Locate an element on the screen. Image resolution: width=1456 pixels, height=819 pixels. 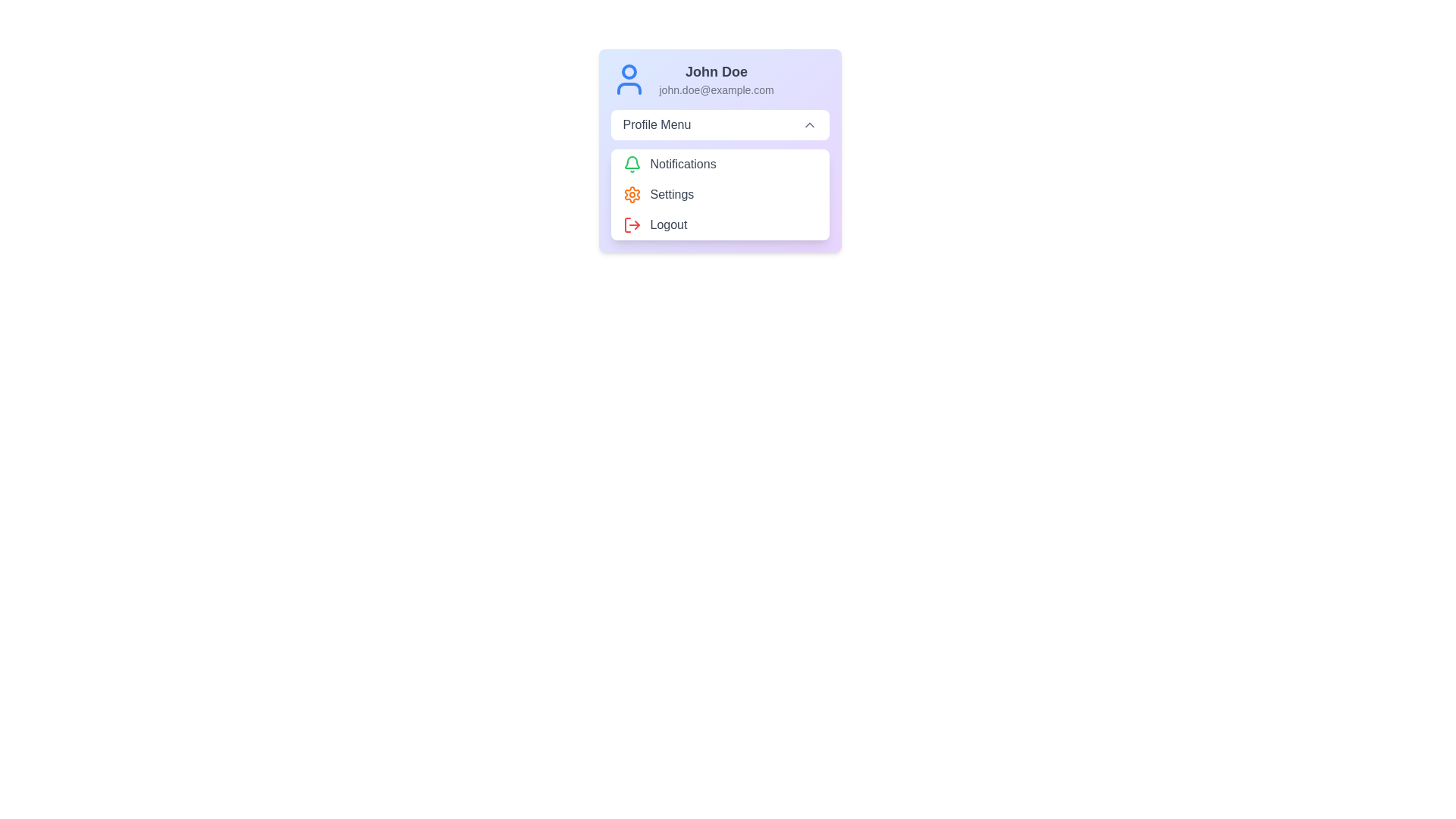
the green bell-shaped icon located next to the text 'Notifications' in the dropdown menu under the user's profile section is located at coordinates (632, 164).